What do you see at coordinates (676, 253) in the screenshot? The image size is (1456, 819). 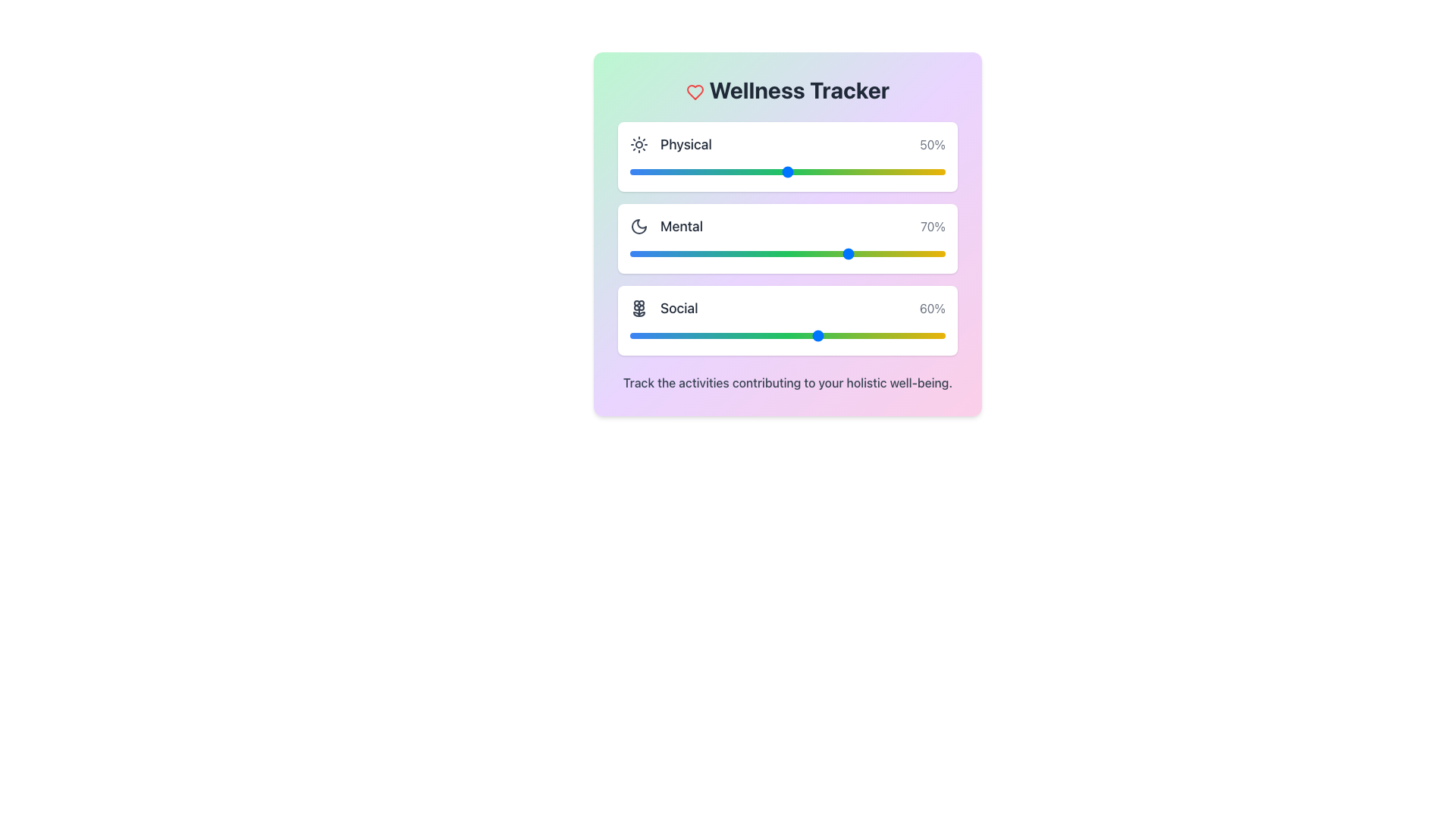 I see `the mental health value` at bounding box center [676, 253].